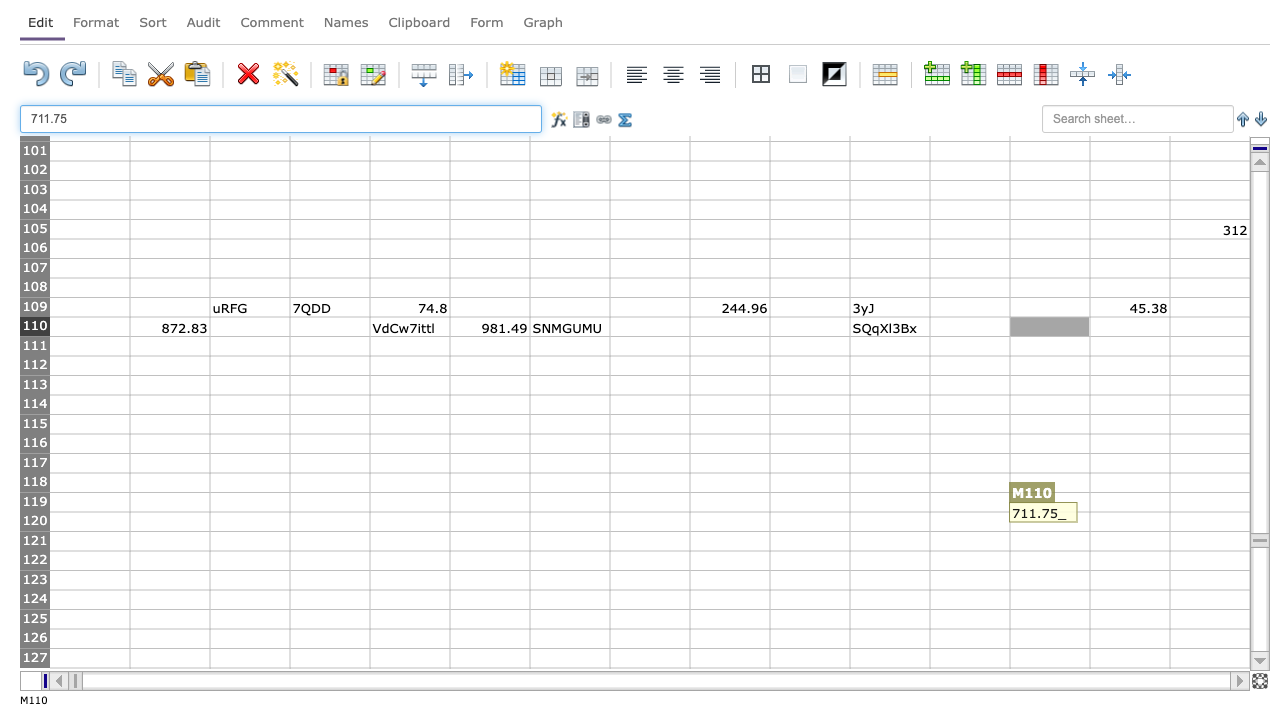 Image resolution: width=1280 pixels, height=720 pixels. What do you see at coordinates (1129, 520) in the screenshot?
I see `Col: N, Row: 120` at bounding box center [1129, 520].